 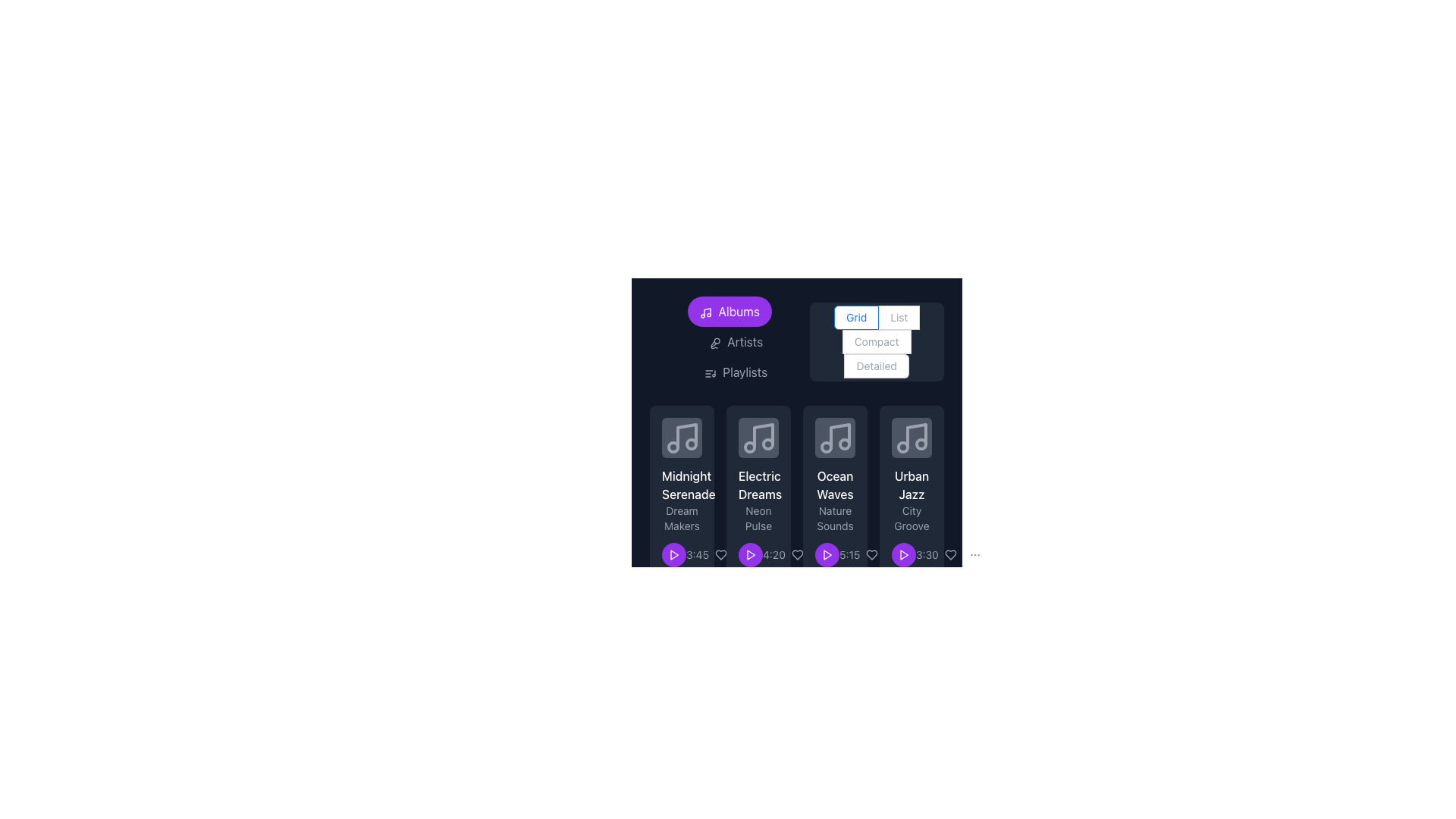 What do you see at coordinates (730, 311) in the screenshot?
I see `the albums button located at the far left of the horizontal navigation bar to trigger a tooltip or highlight effect` at bounding box center [730, 311].